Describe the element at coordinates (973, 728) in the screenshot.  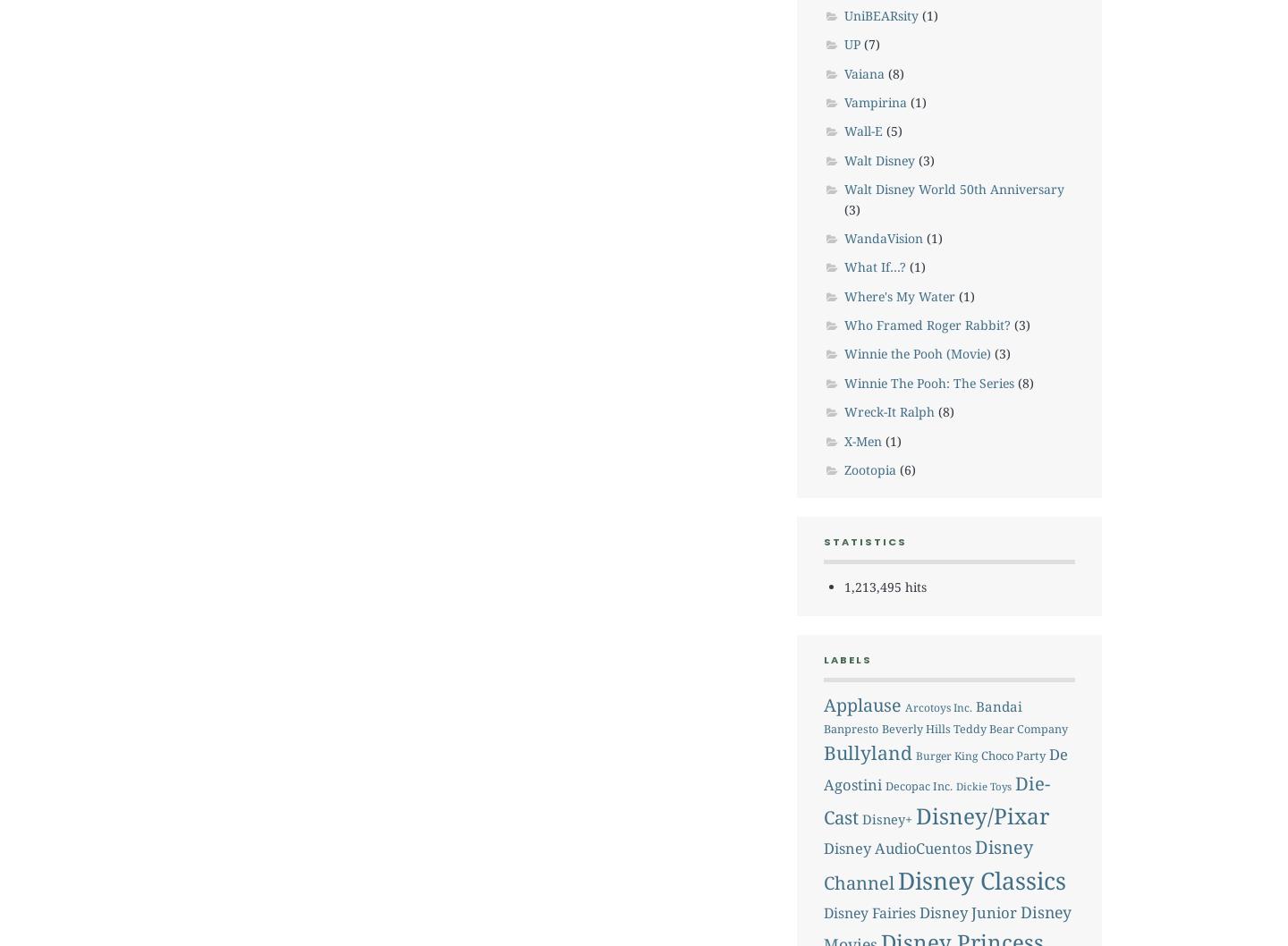
I see `'Beverly Hills Teddy Bear Company'` at that location.